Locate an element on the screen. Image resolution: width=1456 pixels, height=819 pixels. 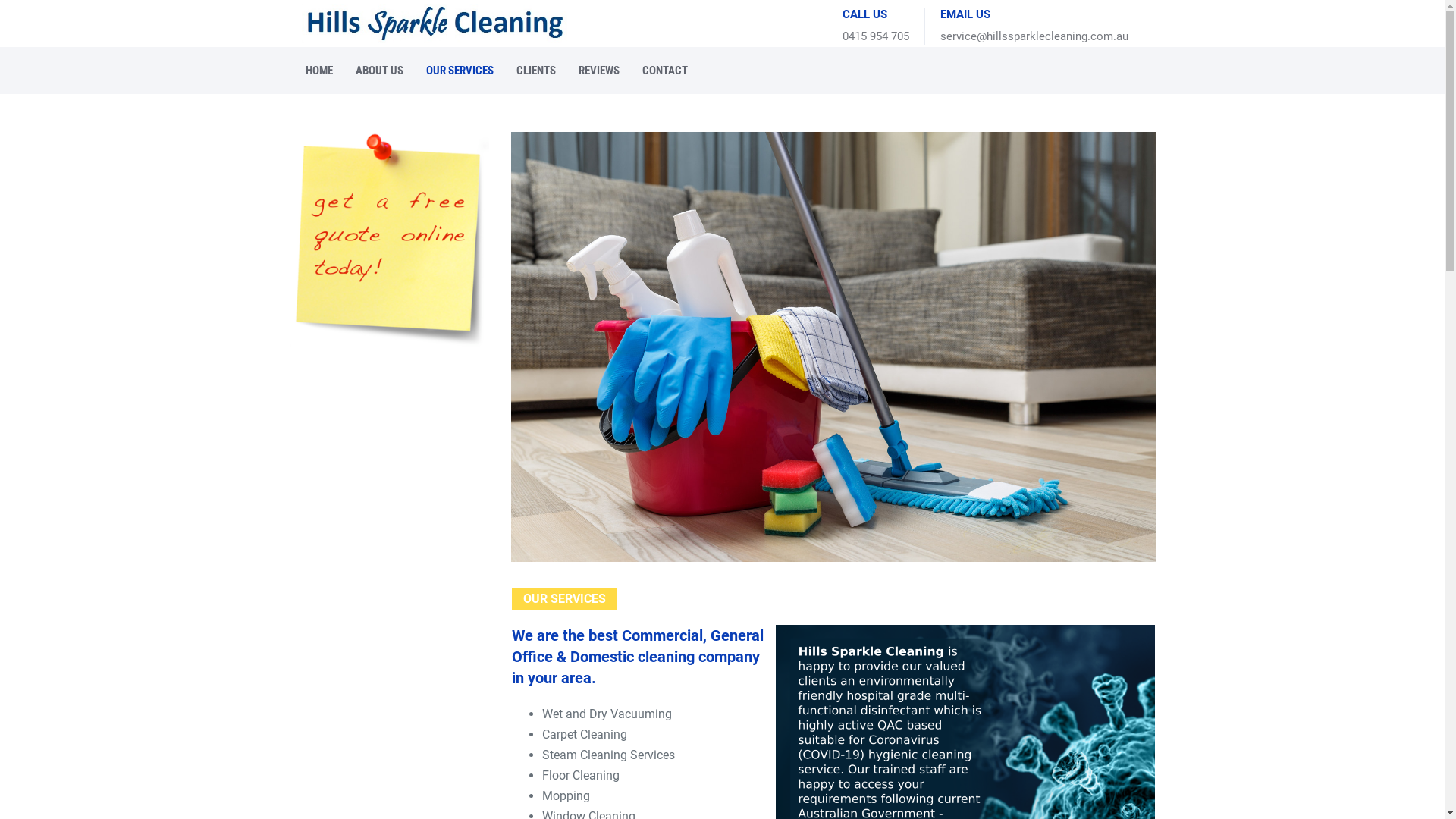
'CONTACT' is located at coordinates (665, 70).